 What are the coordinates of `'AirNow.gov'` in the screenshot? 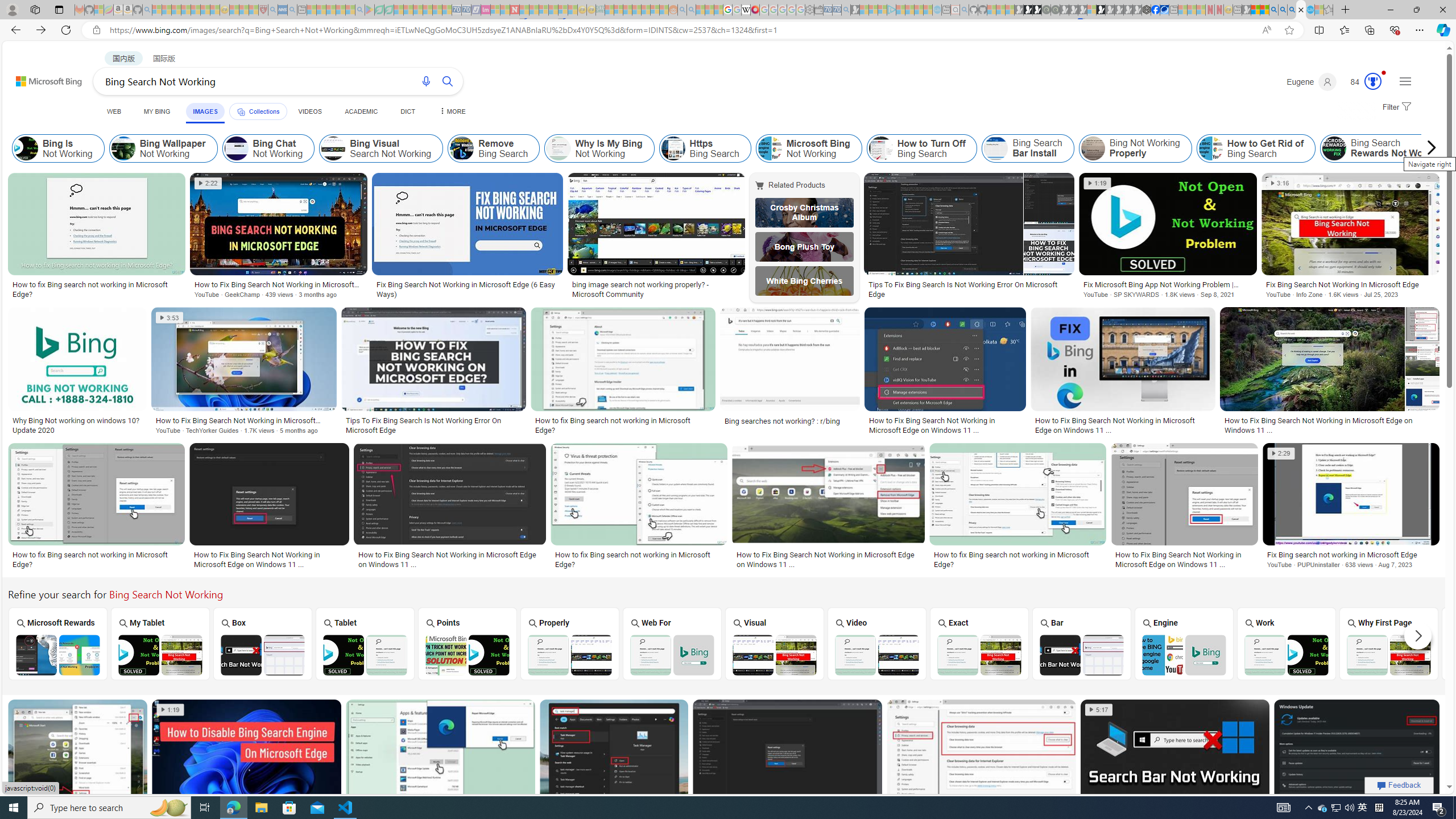 It's located at (1164, 9).